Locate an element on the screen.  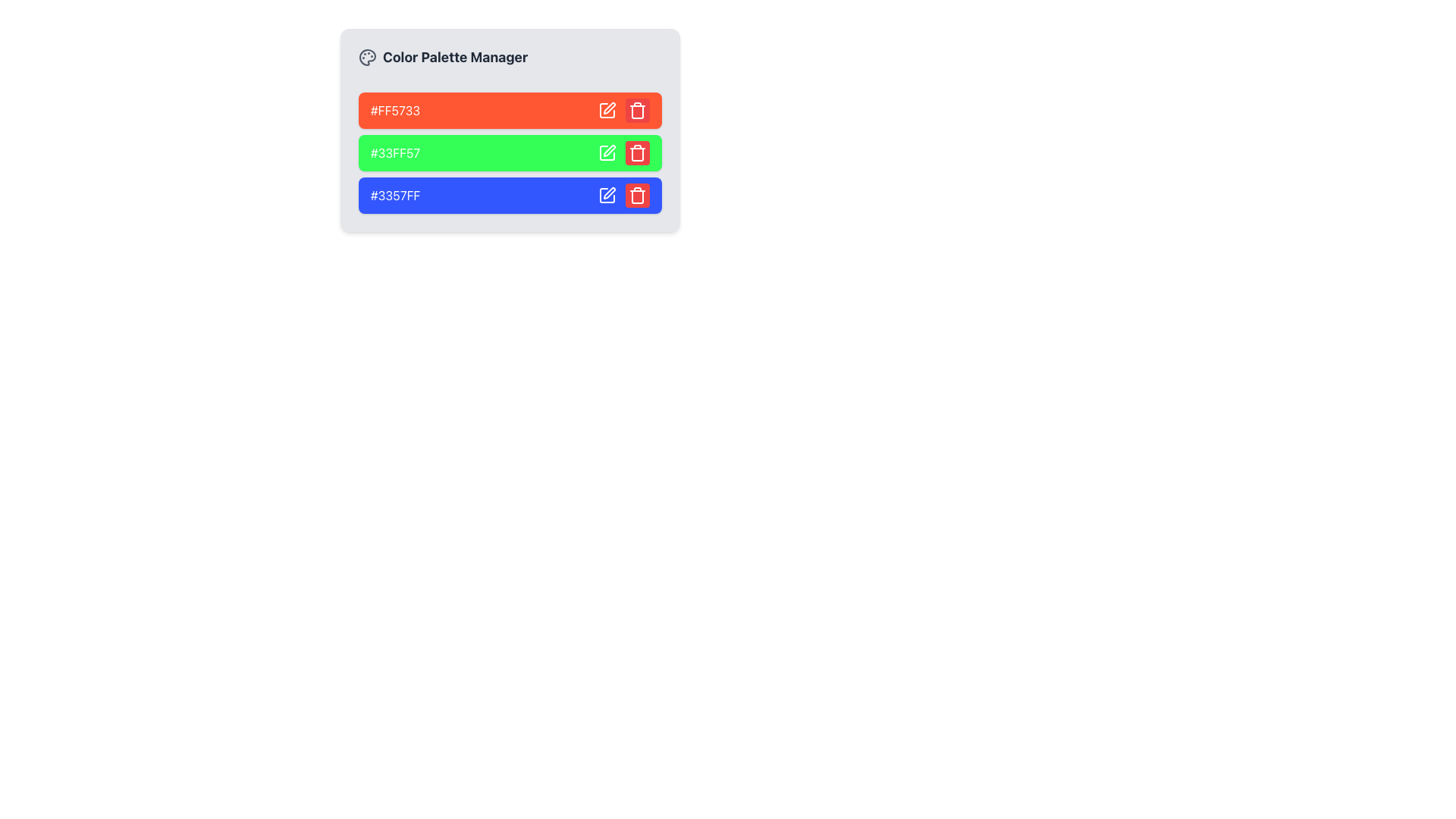
the edit button icon resembling a pencil on a green background, located to the right of the color block labeled '#33FF57' is located at coordinates (607, 152).